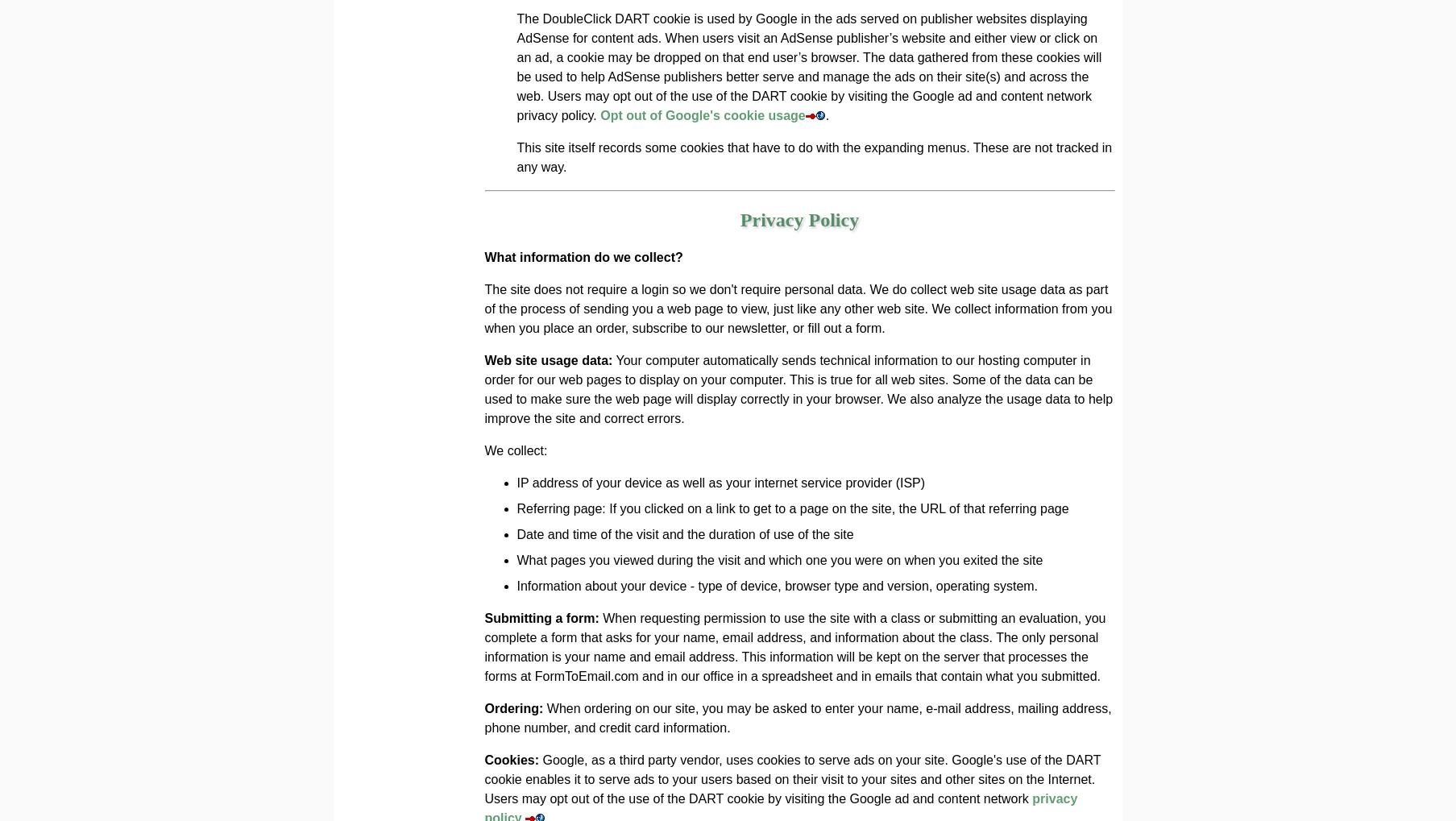 The width and height of the screenshot is (1456, 821). Describe the element at coordinates (776, 586) in the screenshot. I see `'Information about your device - type of device, browser type and version, operating system.'` at that location.